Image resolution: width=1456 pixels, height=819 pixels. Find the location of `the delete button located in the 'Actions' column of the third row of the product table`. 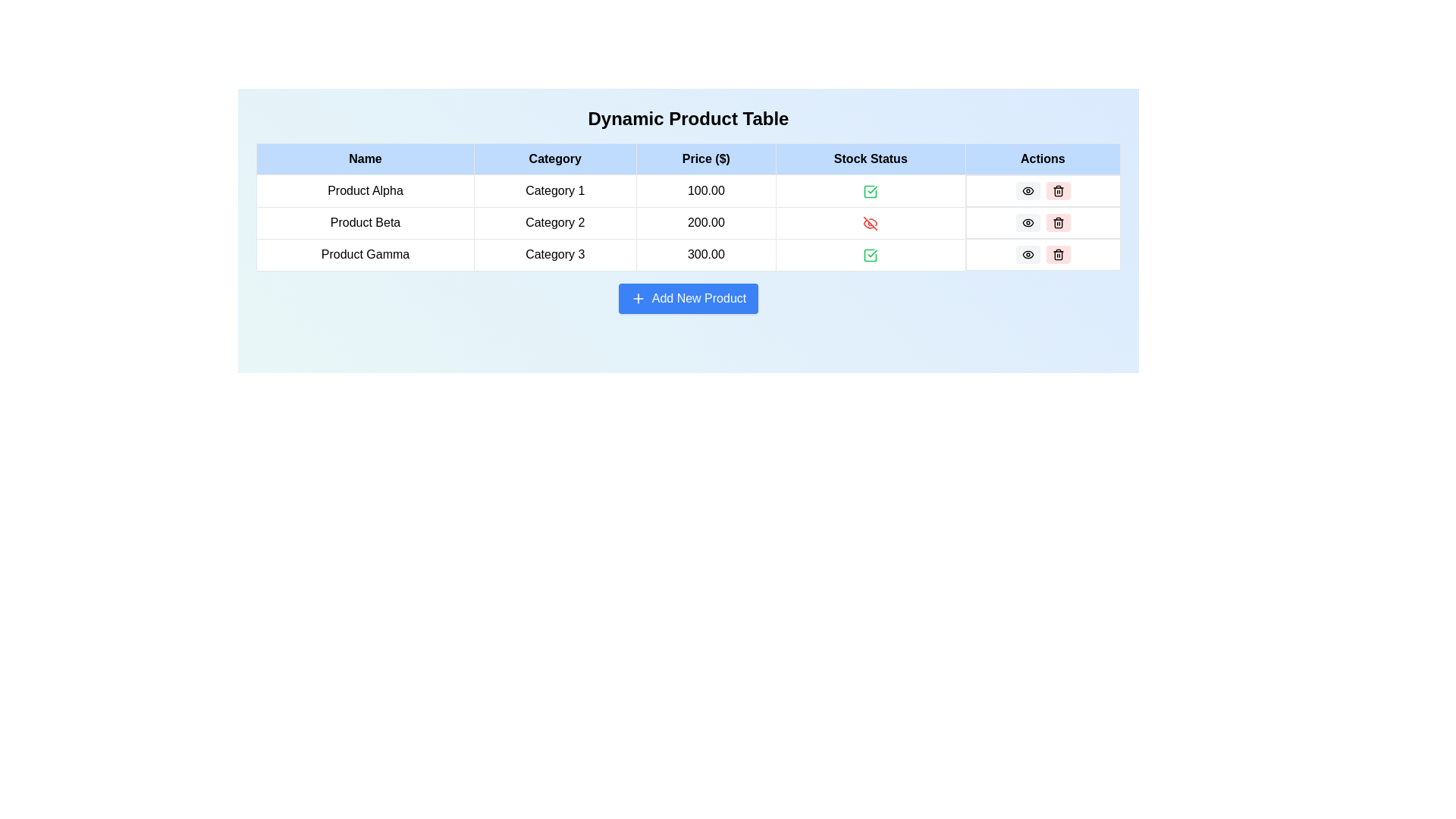

the delete button located in the 'Actions' column of the third row of the product table is located at coordinates (1057, 253).